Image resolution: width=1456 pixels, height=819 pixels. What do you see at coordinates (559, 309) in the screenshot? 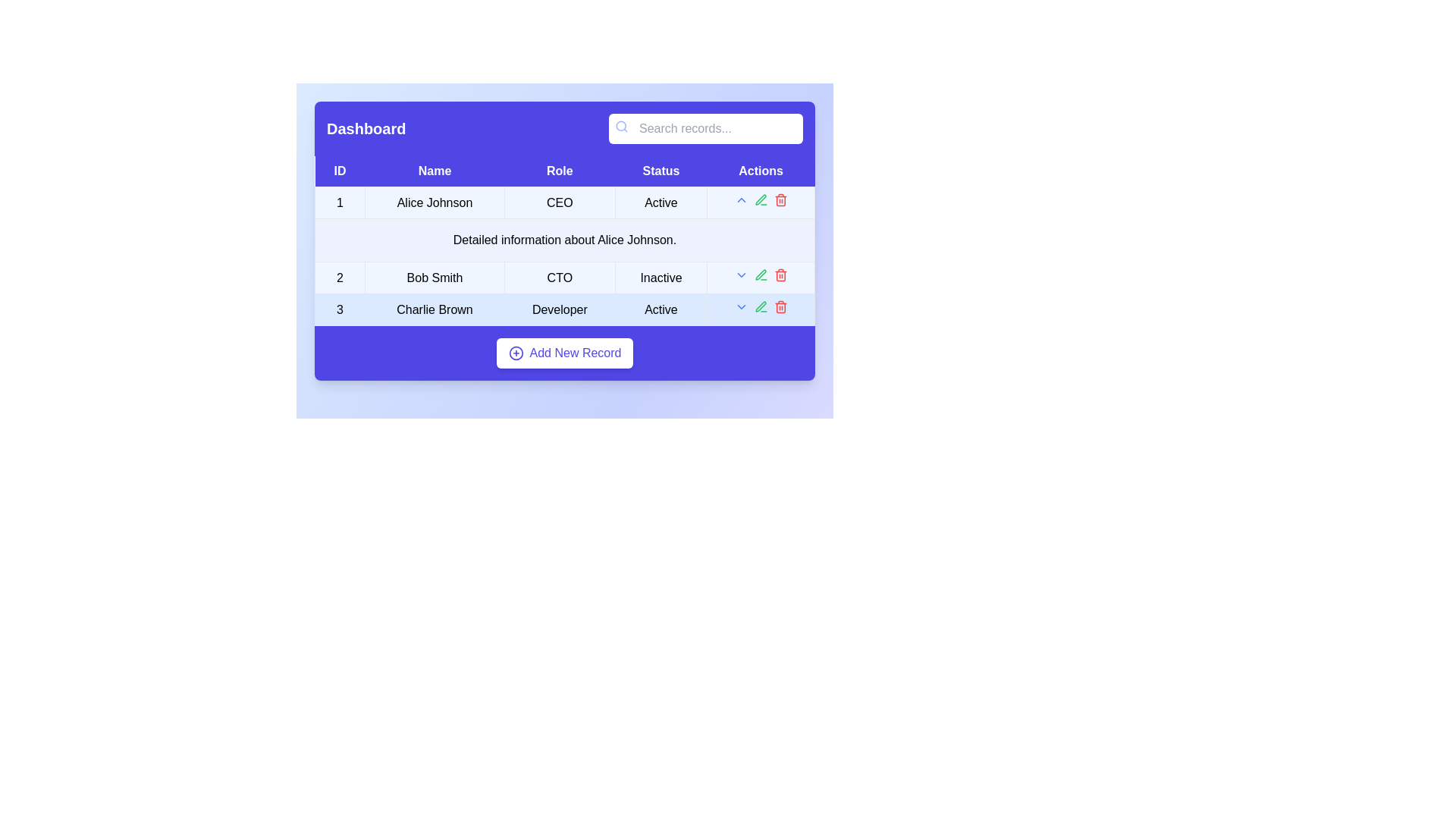
I see `the text element displaying the job role 'Developer' for the individual named 'Charlie Brown' located in the third row of the table under the 'Role' column` at bounding box center [559, 309].